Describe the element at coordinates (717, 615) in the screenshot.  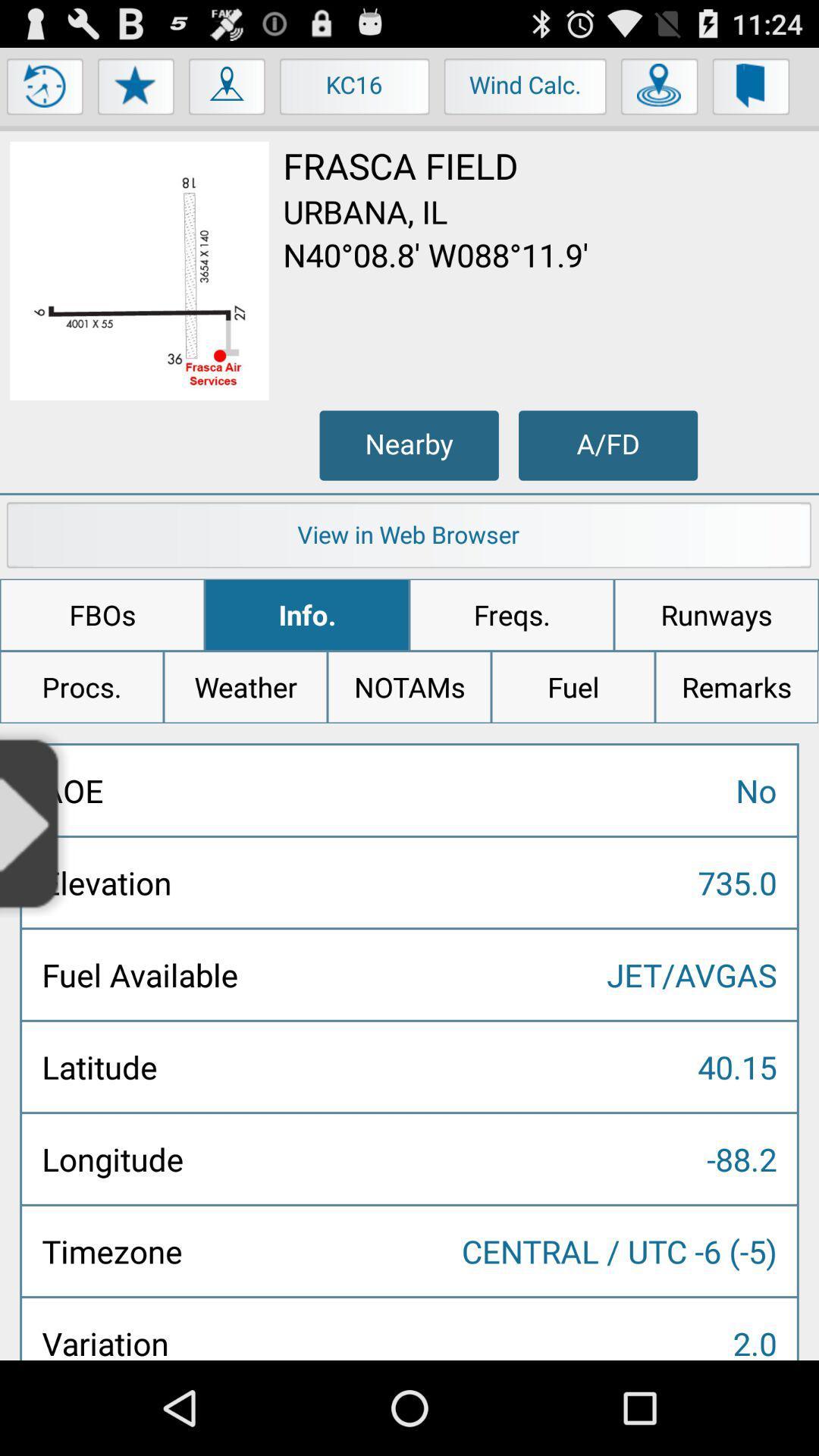
I see `app next to the freqs. item` at that location.